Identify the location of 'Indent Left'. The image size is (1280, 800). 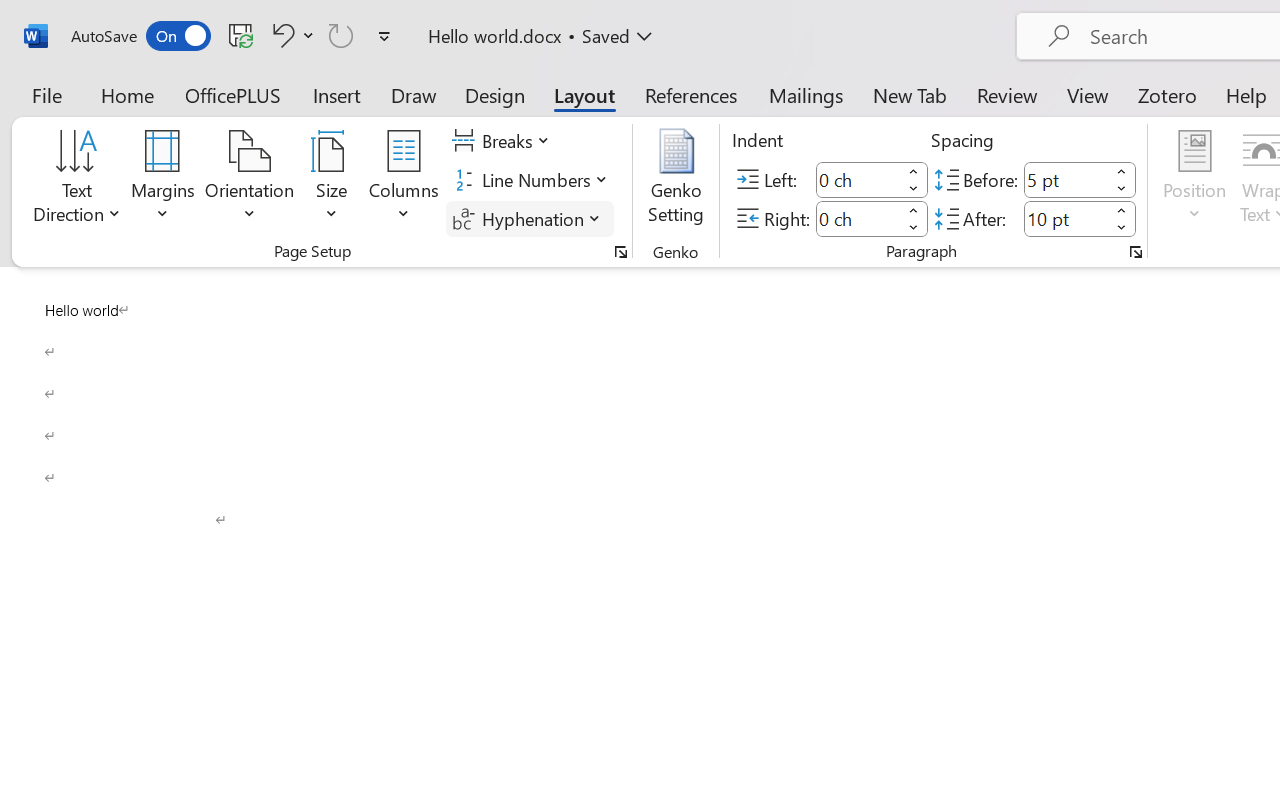
(858, 178).